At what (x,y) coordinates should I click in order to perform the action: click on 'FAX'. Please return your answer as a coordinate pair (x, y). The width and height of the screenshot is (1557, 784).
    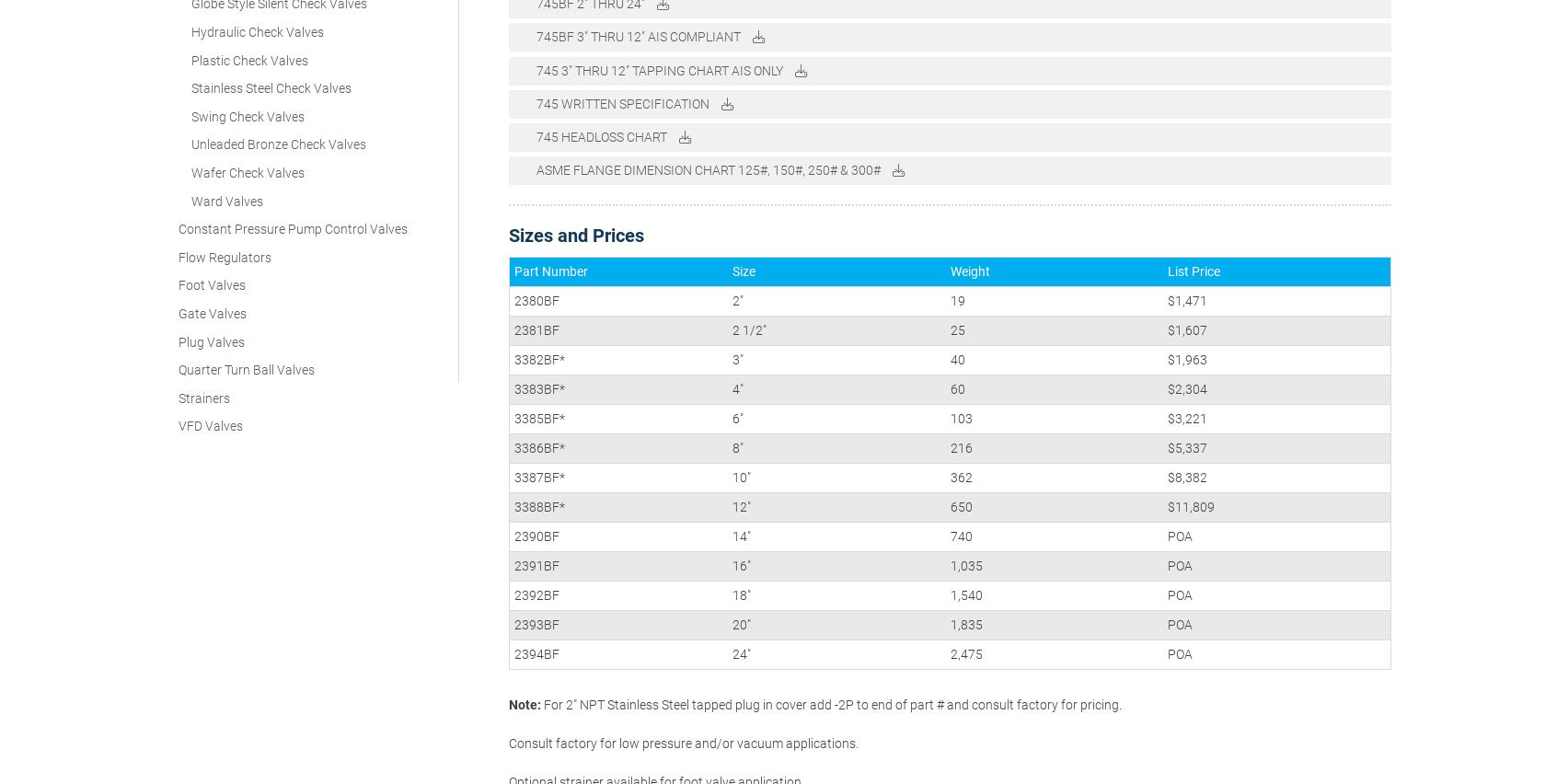
    Looking at the image, I should click on (1108, 721).